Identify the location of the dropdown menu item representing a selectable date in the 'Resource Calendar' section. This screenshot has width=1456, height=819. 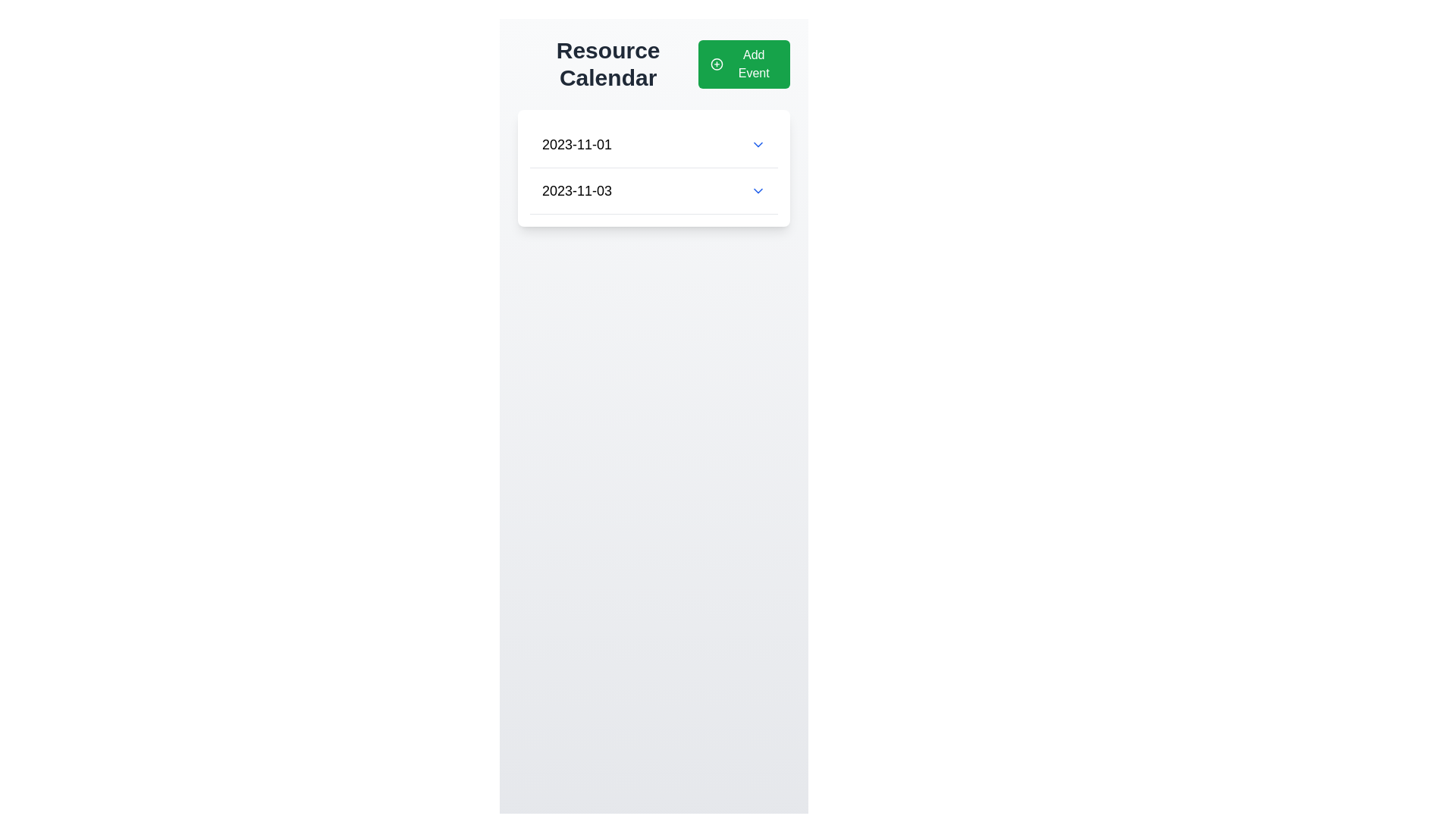
(654, 190).